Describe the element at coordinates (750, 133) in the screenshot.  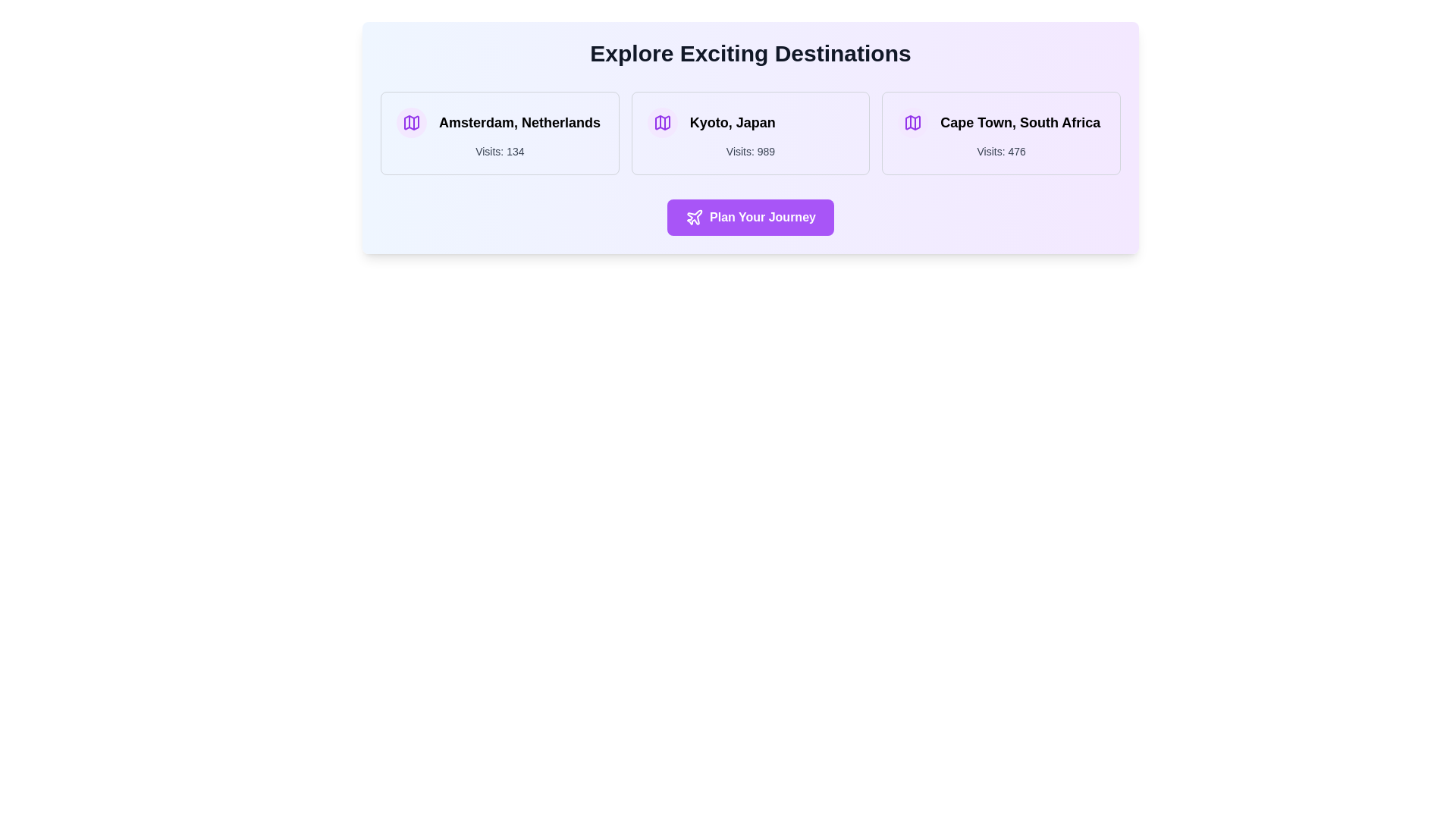
I see `the destination card for Kyoto, Japan` at that location.